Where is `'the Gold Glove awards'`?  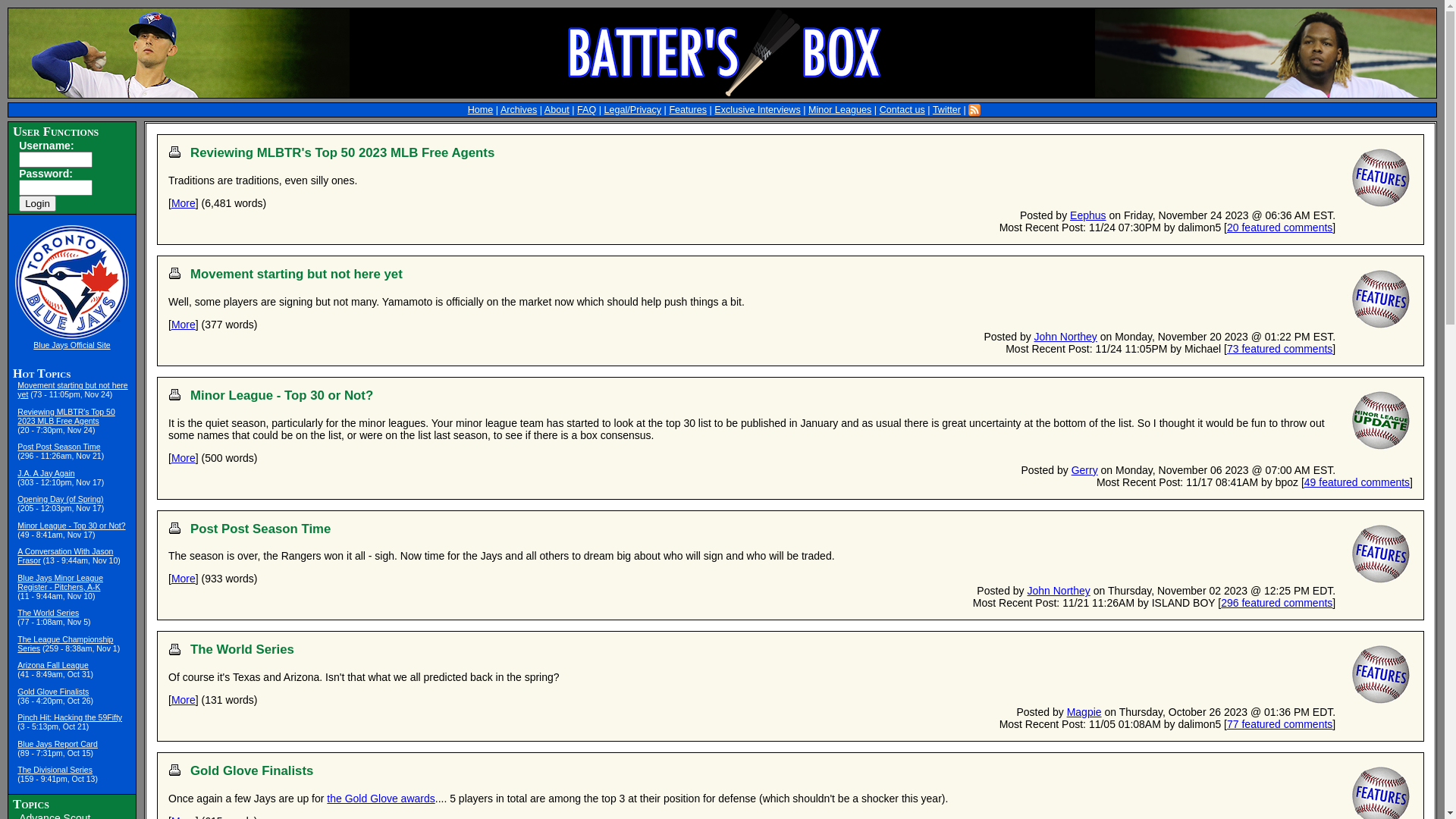 'the Gold Glove awards' is located at coordinates (381, 798).